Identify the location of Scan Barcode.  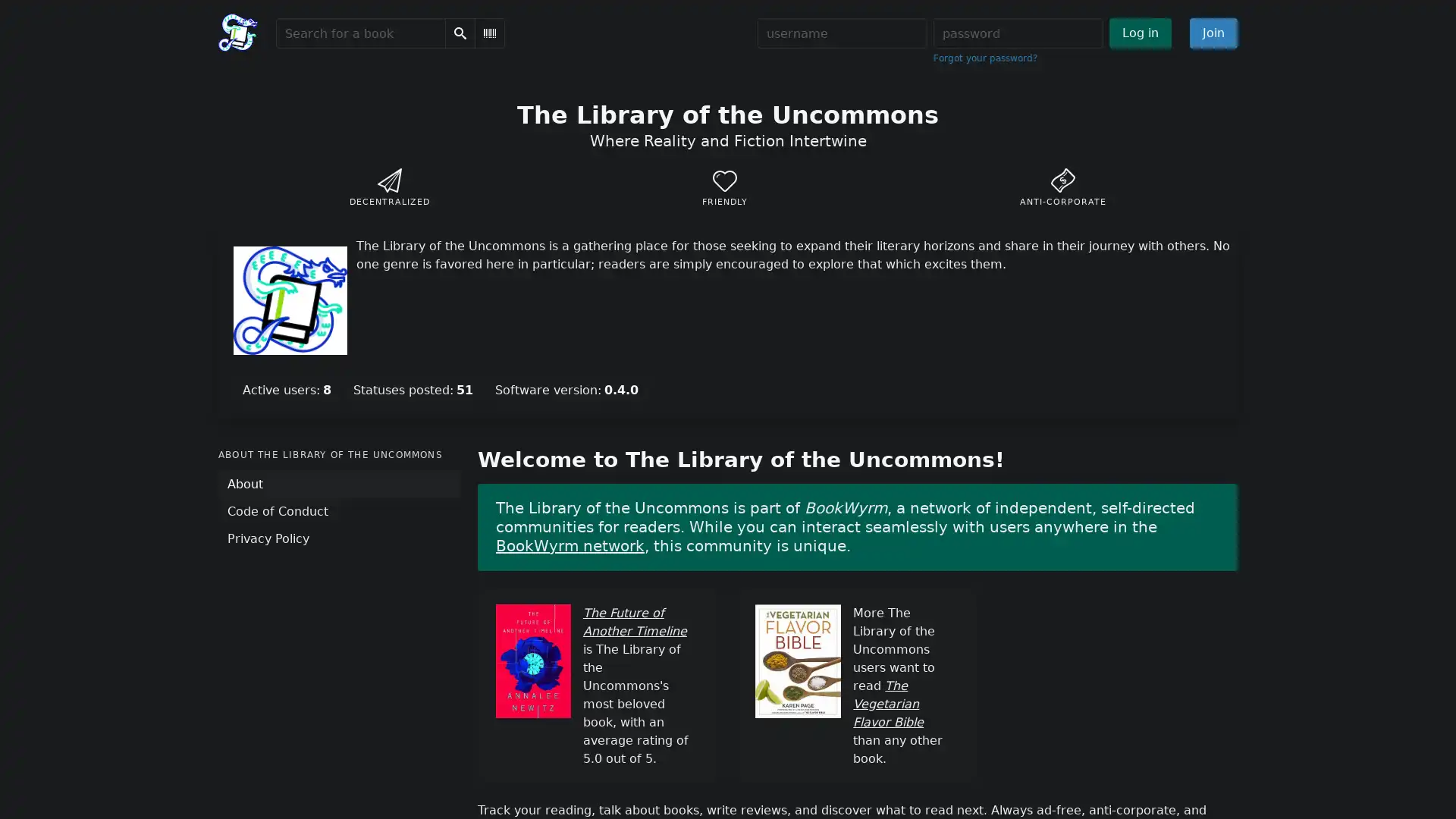
(490, 33).